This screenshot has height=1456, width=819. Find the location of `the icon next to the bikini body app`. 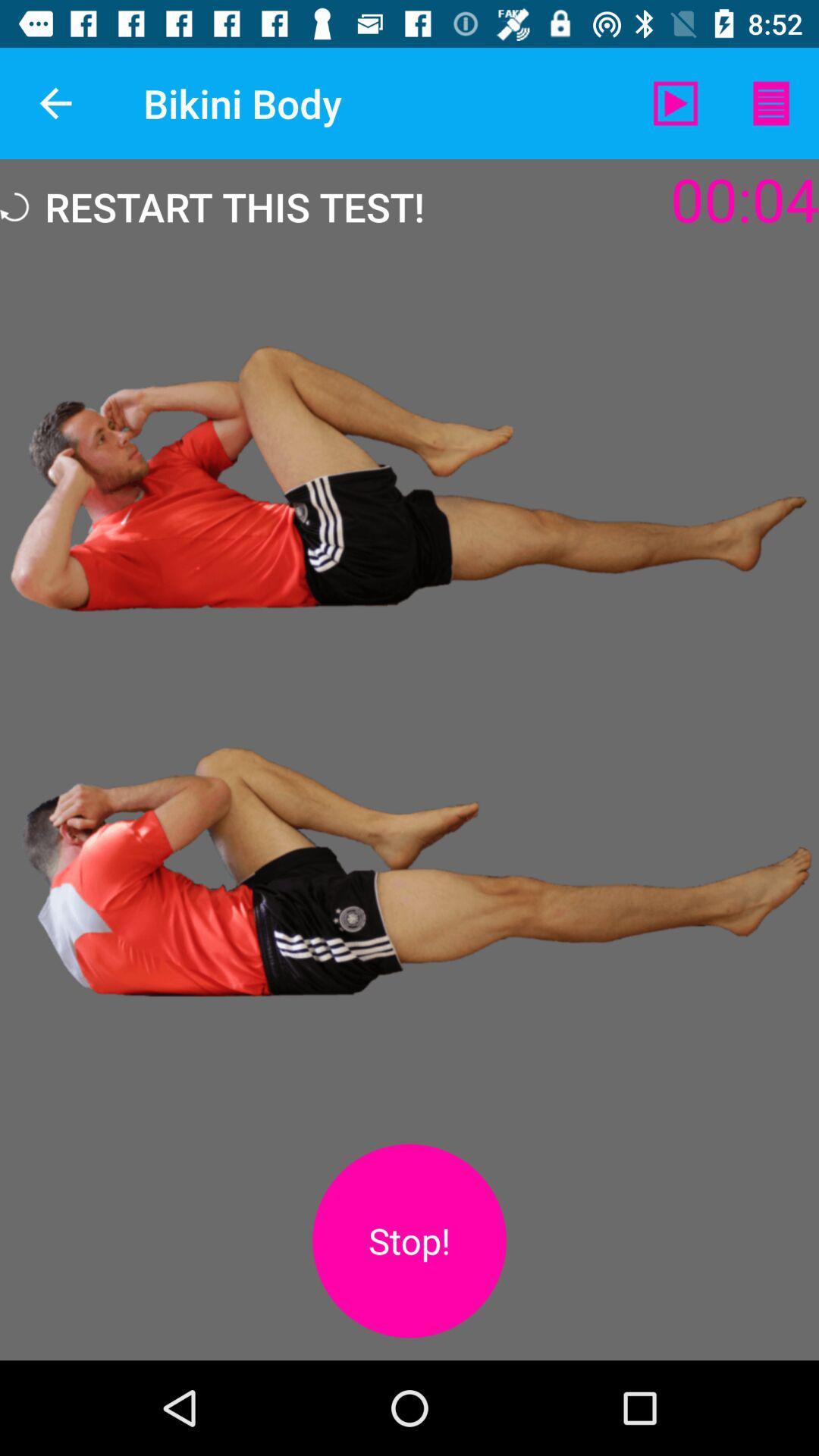

the icon next to the bikini body app is located at coordinates (55, 102).